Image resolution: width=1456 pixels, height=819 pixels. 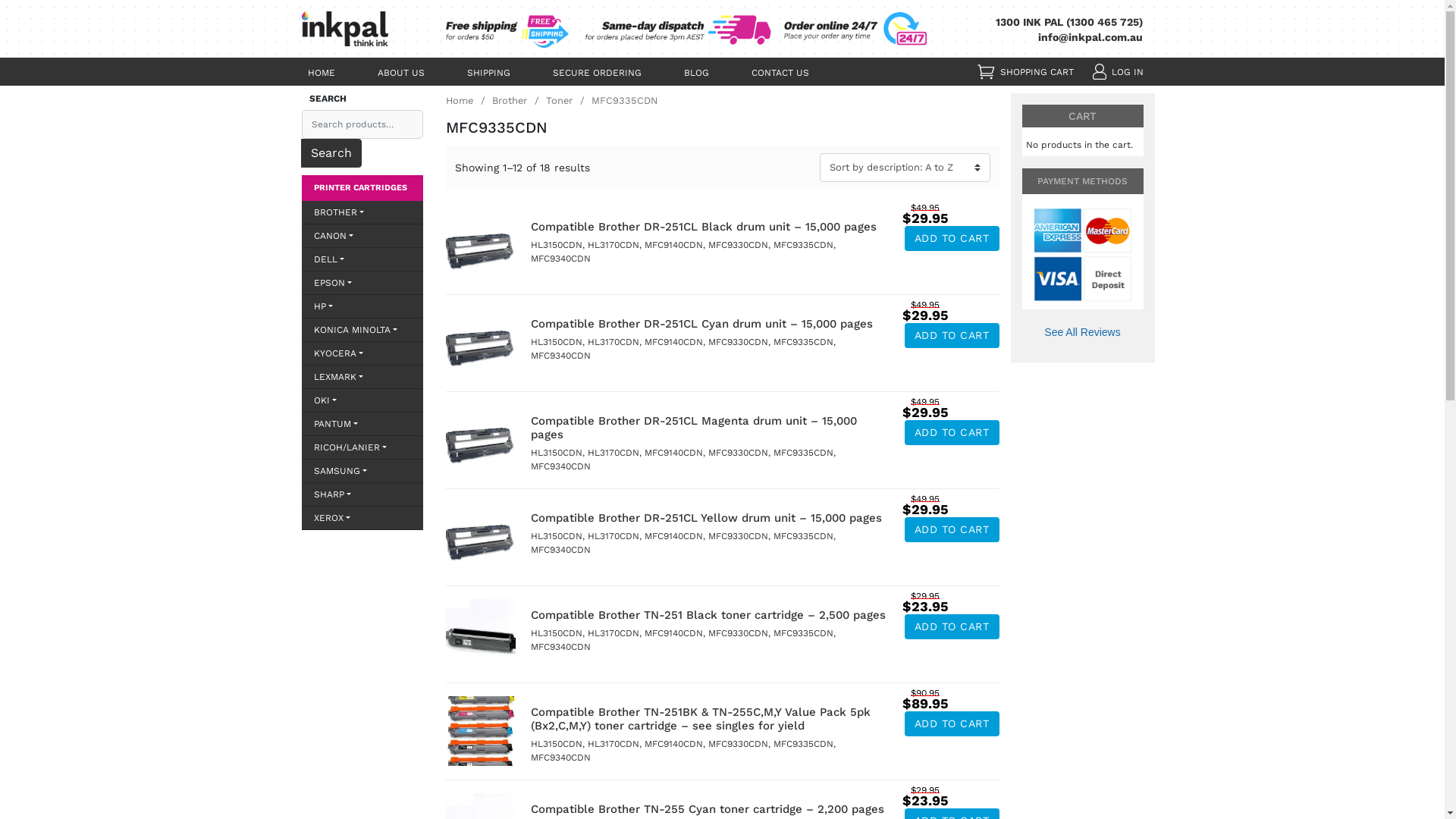 What do you see at coordinates (1128, 72) in the screenshot?
I see `'LOG IN'` at bounding box center [1128, 72].